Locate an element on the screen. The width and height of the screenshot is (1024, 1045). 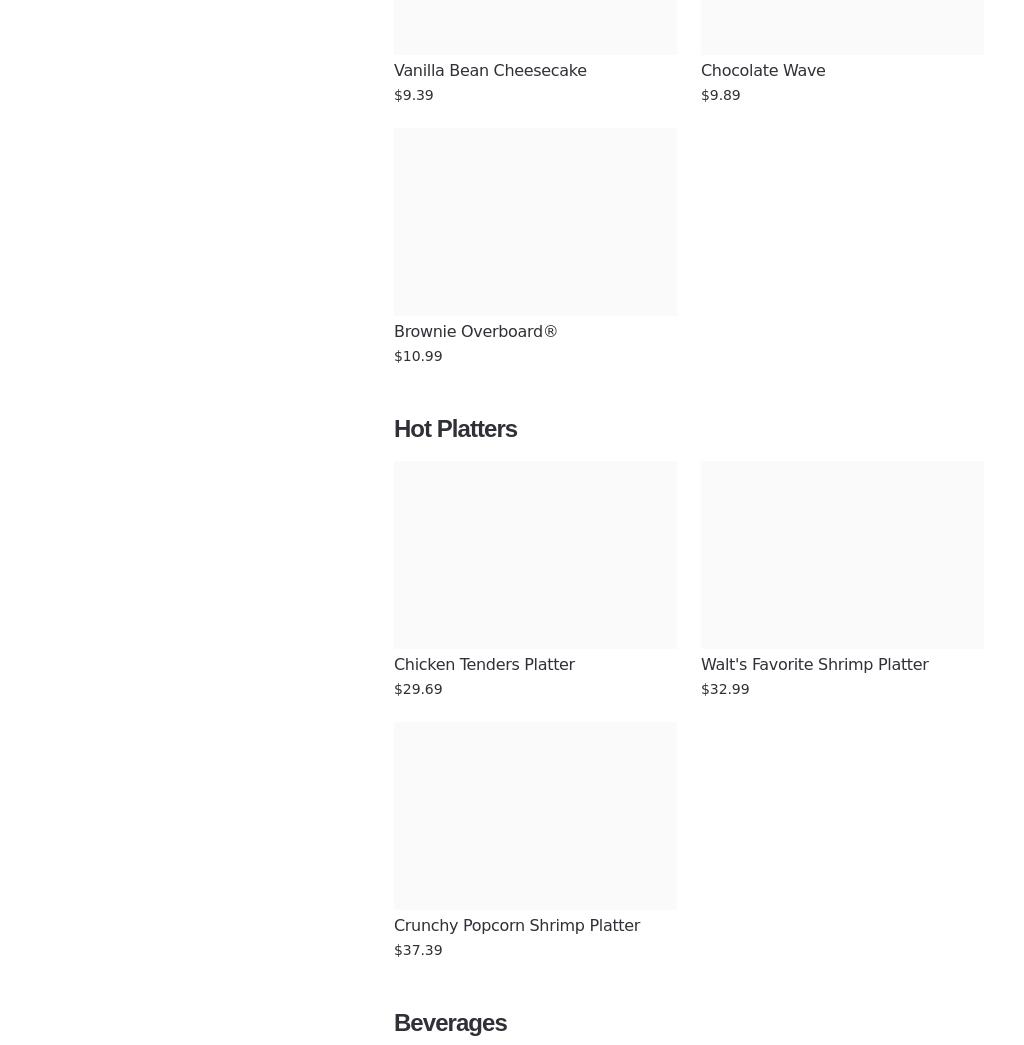
'$29.69' is located at coordinates (416, 688).